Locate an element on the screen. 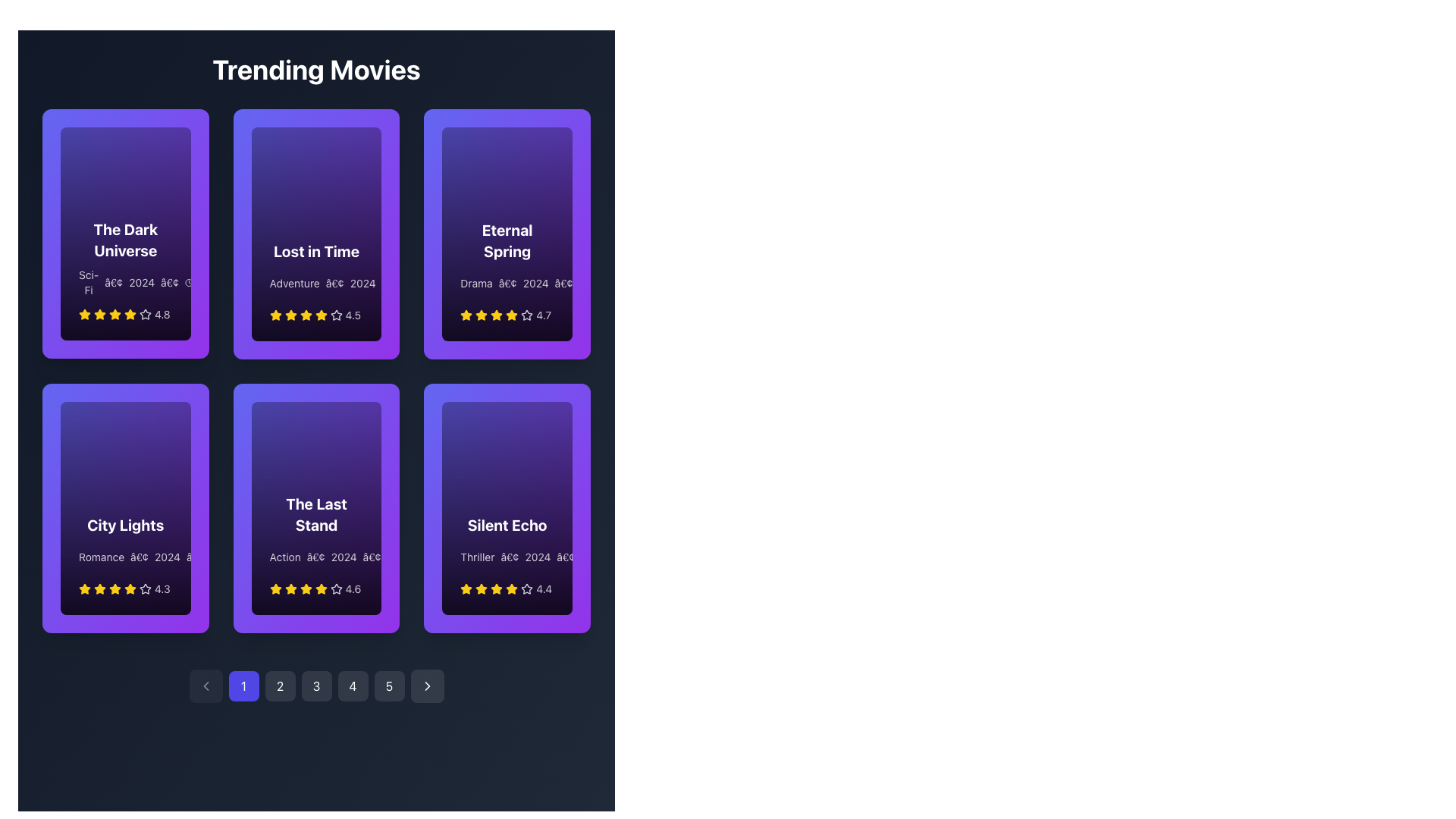 This screenshot has width=1456, height=819. the 'Romance' label, which is a text label with a white font located under the title 'City Lights' and above other metadata in the leftmost card on the second row is located at coordinates (101, 557).